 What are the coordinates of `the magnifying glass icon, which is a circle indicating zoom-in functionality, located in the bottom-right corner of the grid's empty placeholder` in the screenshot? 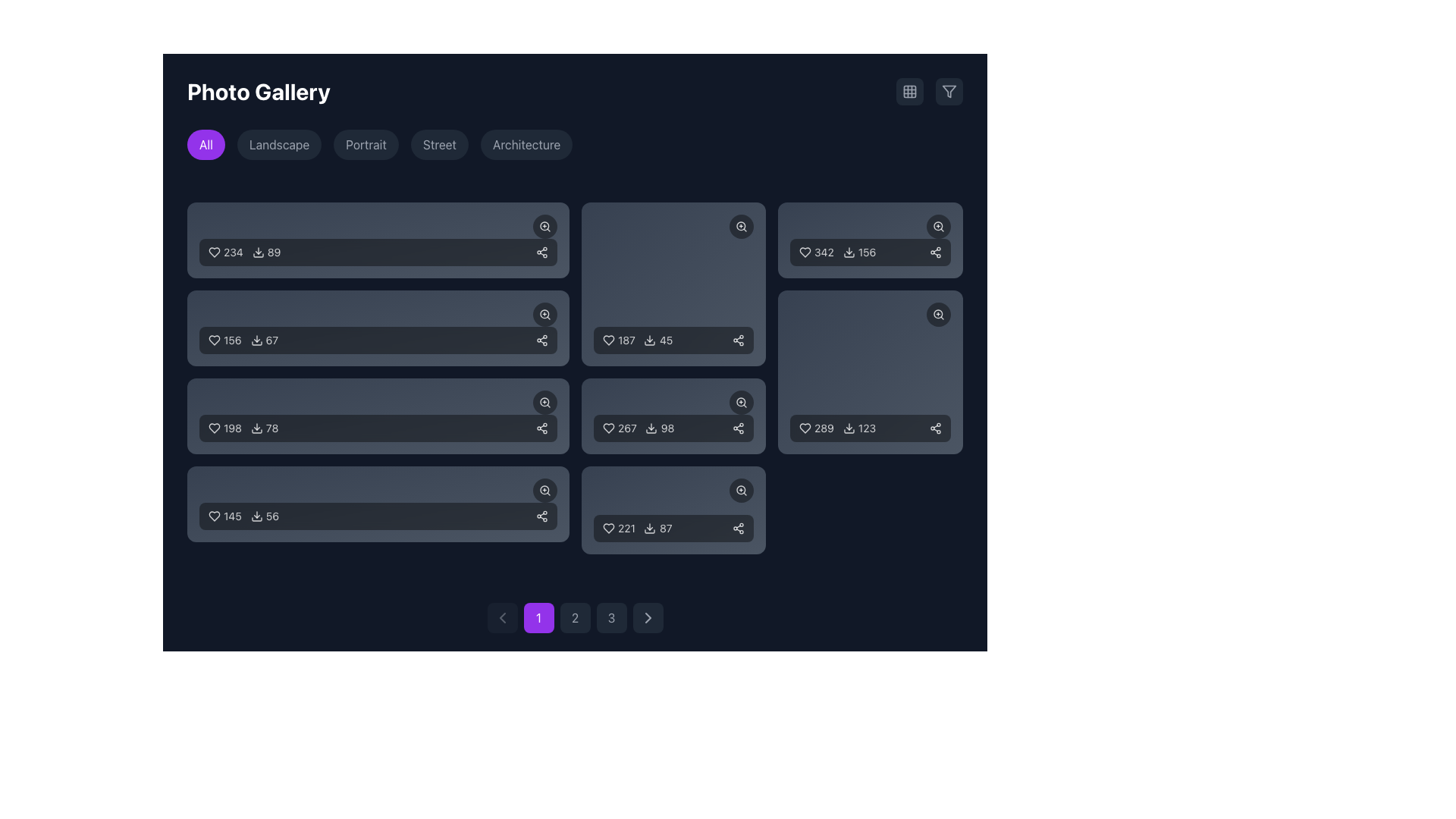 It's located at (937, 313).